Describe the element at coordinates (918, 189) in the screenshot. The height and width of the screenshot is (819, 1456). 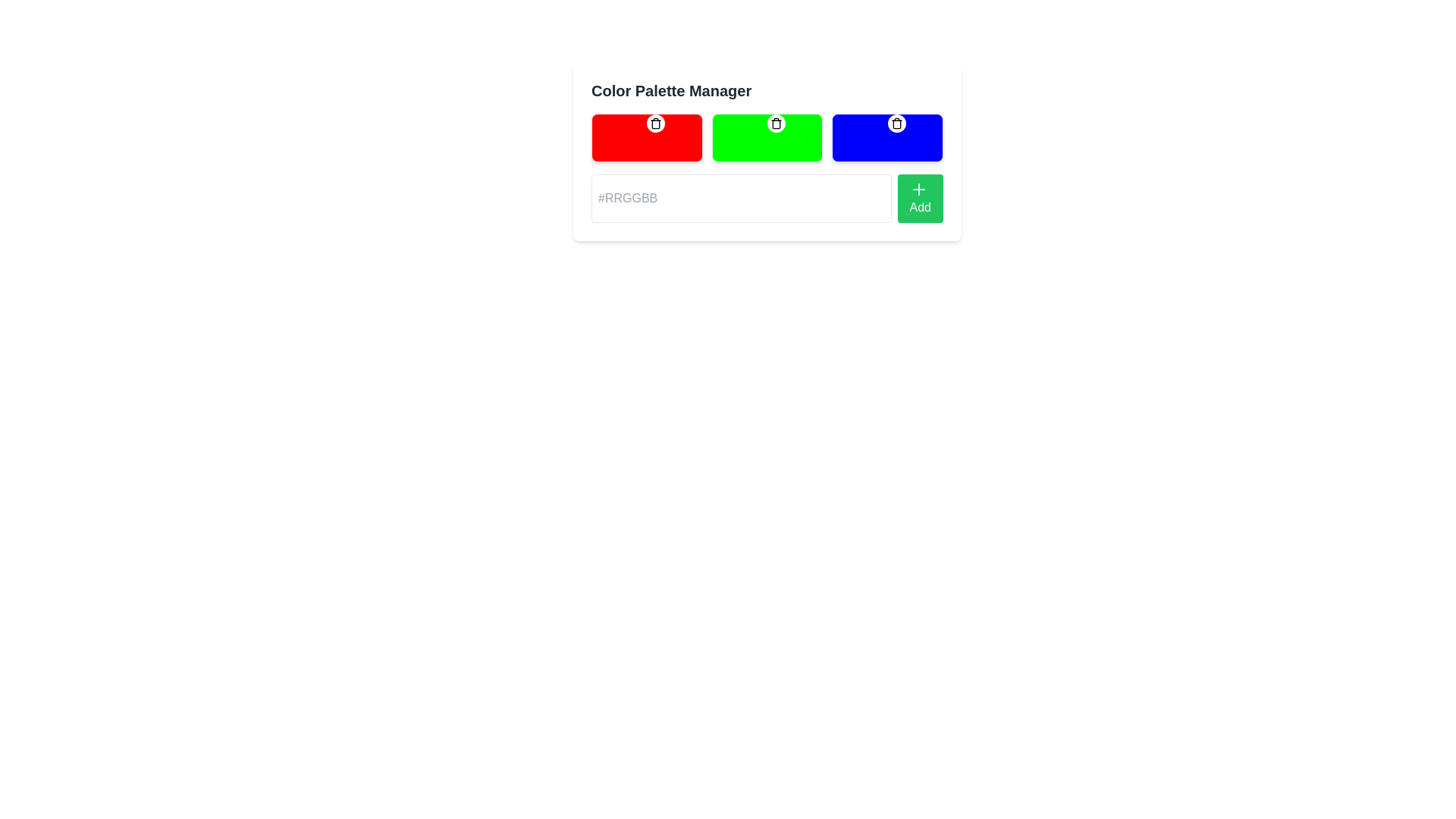
I see `the plus icon that is centered within the green 'Add' button at the bottom-right of the card-like interface` at that location.